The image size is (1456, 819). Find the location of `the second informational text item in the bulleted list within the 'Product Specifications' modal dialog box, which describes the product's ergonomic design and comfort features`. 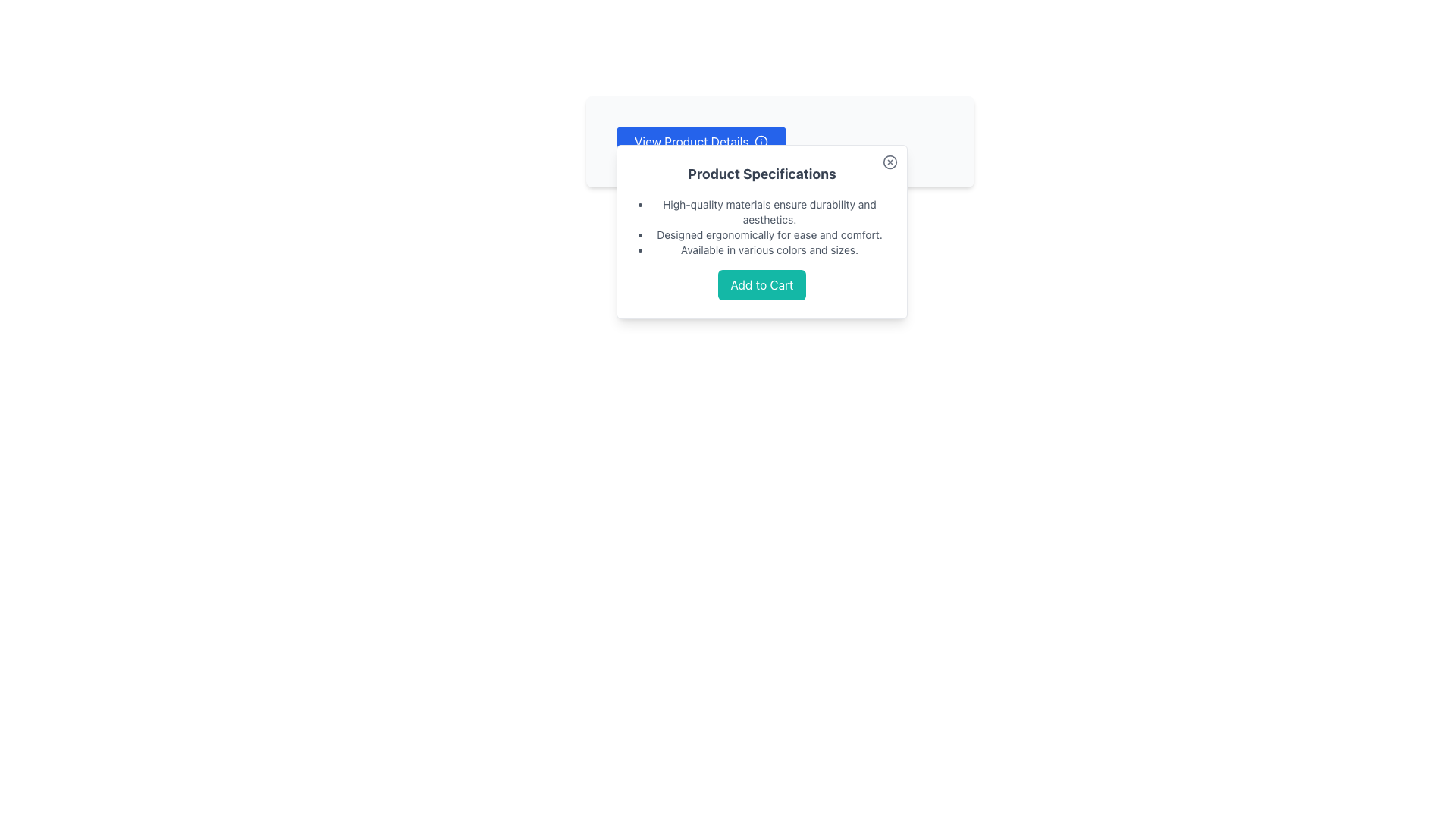

the second informational text item in the bulleted list within the 'Product Specifications' modal dialog box, which describes the product's ergonomic design and comfort features is located at coordinates (769, 234).